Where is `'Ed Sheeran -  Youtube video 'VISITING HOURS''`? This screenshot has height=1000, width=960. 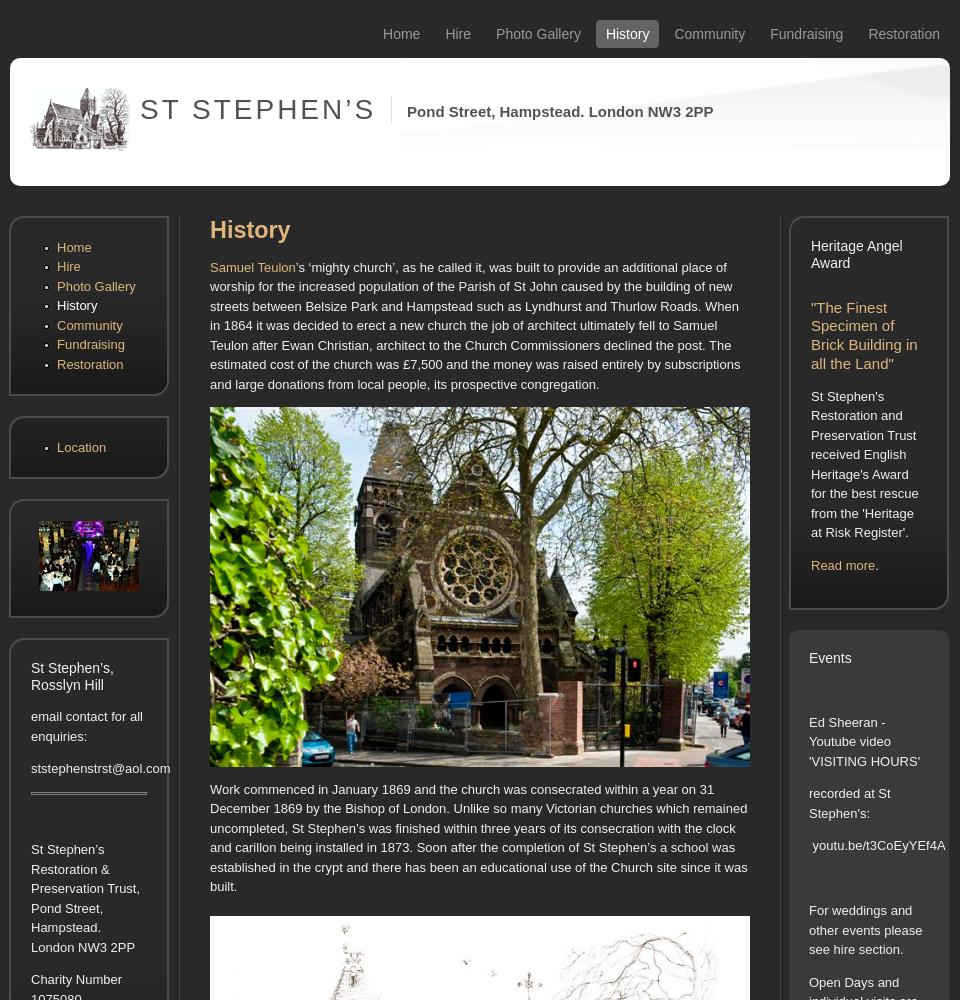 'Ed Sheeran -  Youtube video 'VISITING HOURS'' is located at coordinates (863, 740).